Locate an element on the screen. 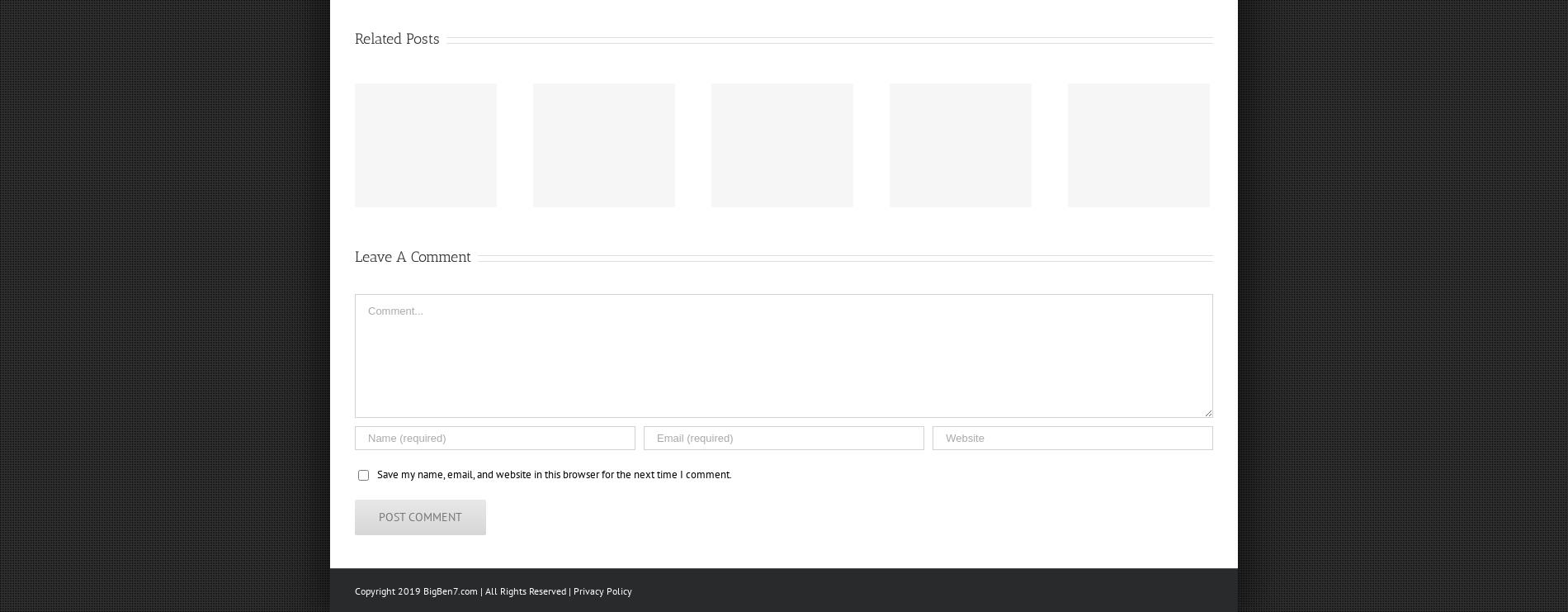 The image size is (1568, 612). '“Footbahlin’ with Ben Roethlisberger”, Episode 43' is located at coordinates (639, 162).